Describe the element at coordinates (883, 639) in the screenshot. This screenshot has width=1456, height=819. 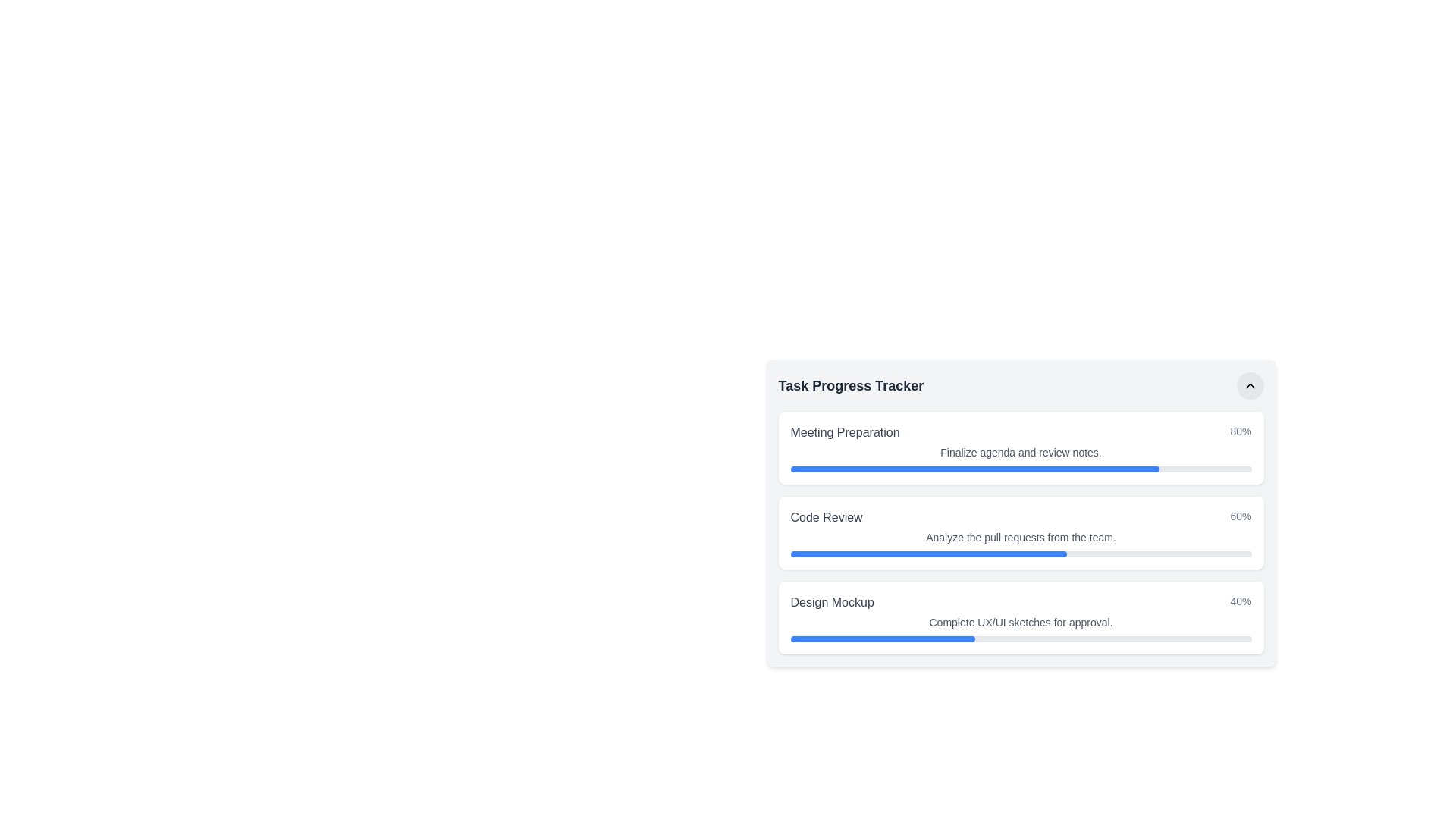
I see `the progress bar that represents the completion status of the 'Design Mockup' task, located within the 'Task Progress Tracker' section` at that location.